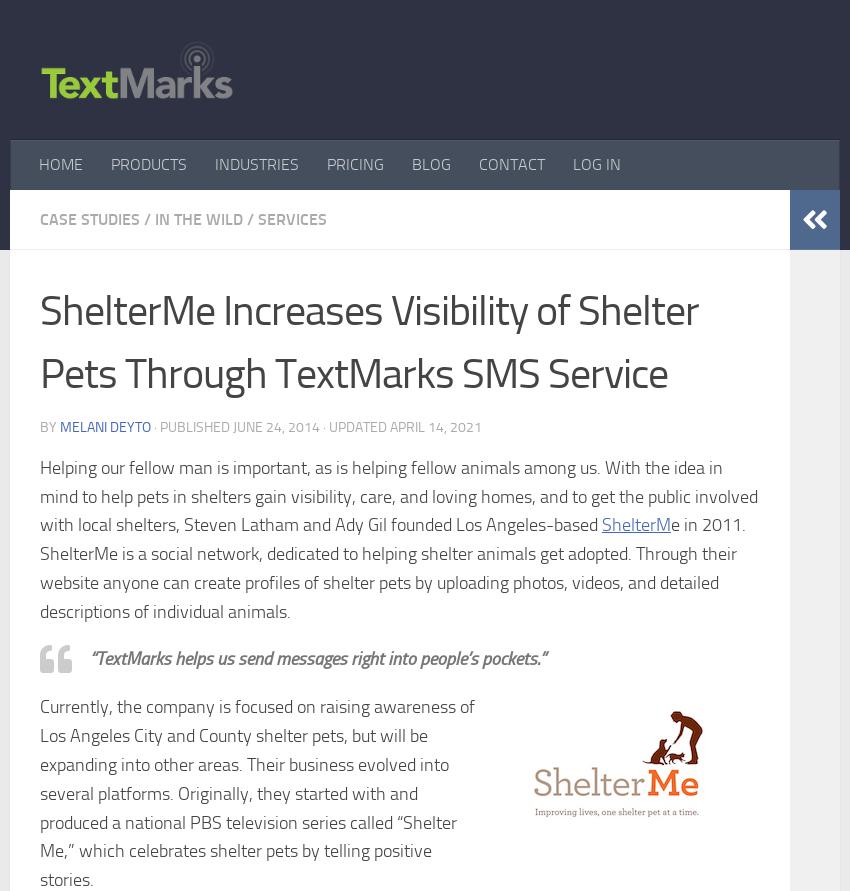 The height and width of the screenshot is (891, 850). What do you see at coordinates (291, 218) in the screenshot?
I see `'Services'` at bounding box center [291, 218].